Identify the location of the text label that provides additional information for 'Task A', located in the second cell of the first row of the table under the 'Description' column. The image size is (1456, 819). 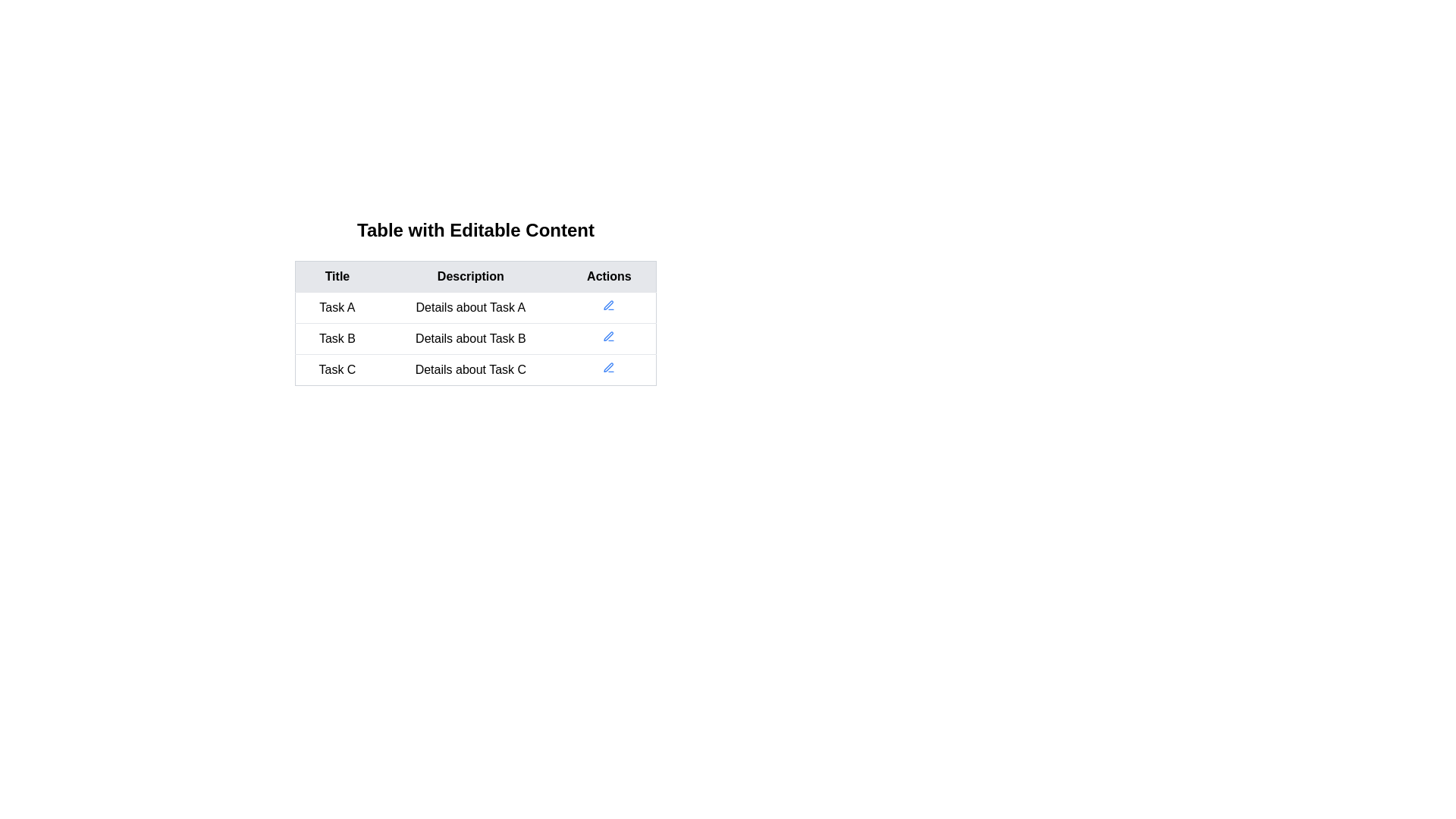
(469, 307).